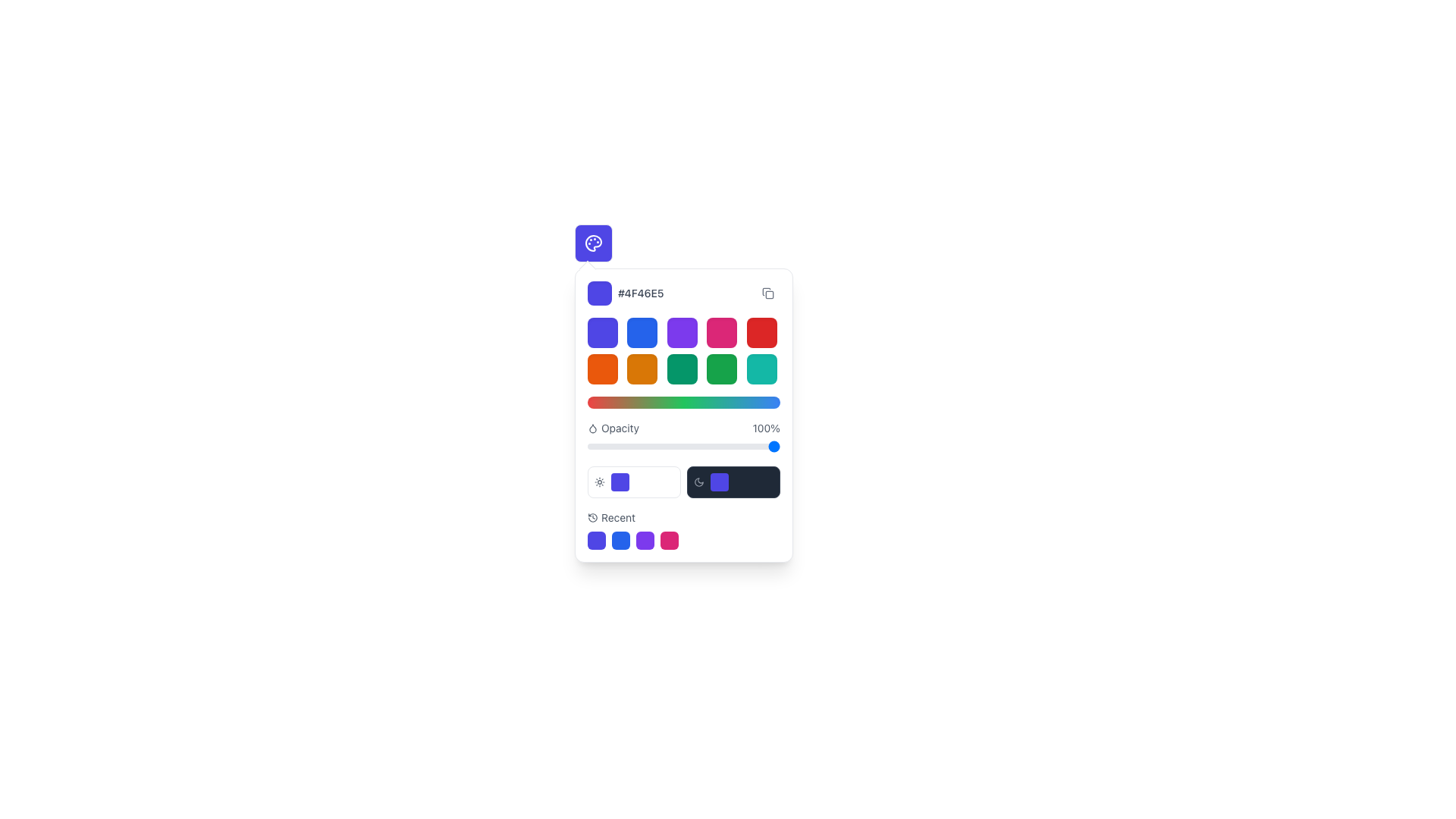 The height and width of the screenshot is (819, 1456). What do you see at coordinates (698, 482) in the screenshot?
I see `the crescent moon icon in the bottom right corner of the compact settings panel` at bounding box center [698, 482].